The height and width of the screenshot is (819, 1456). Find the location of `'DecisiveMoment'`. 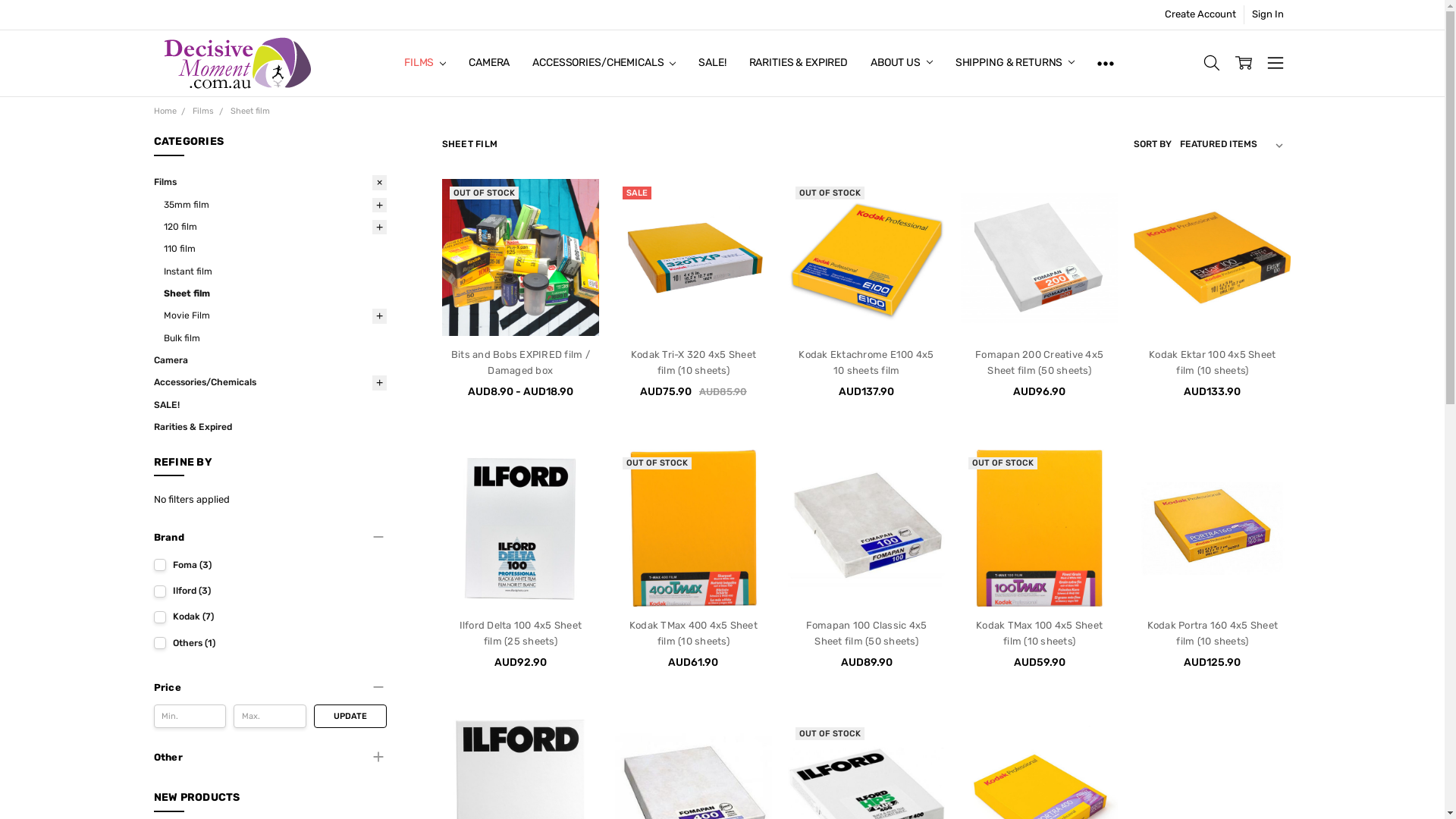

'DecisiveMoment' is located at coordinates (237, 62).